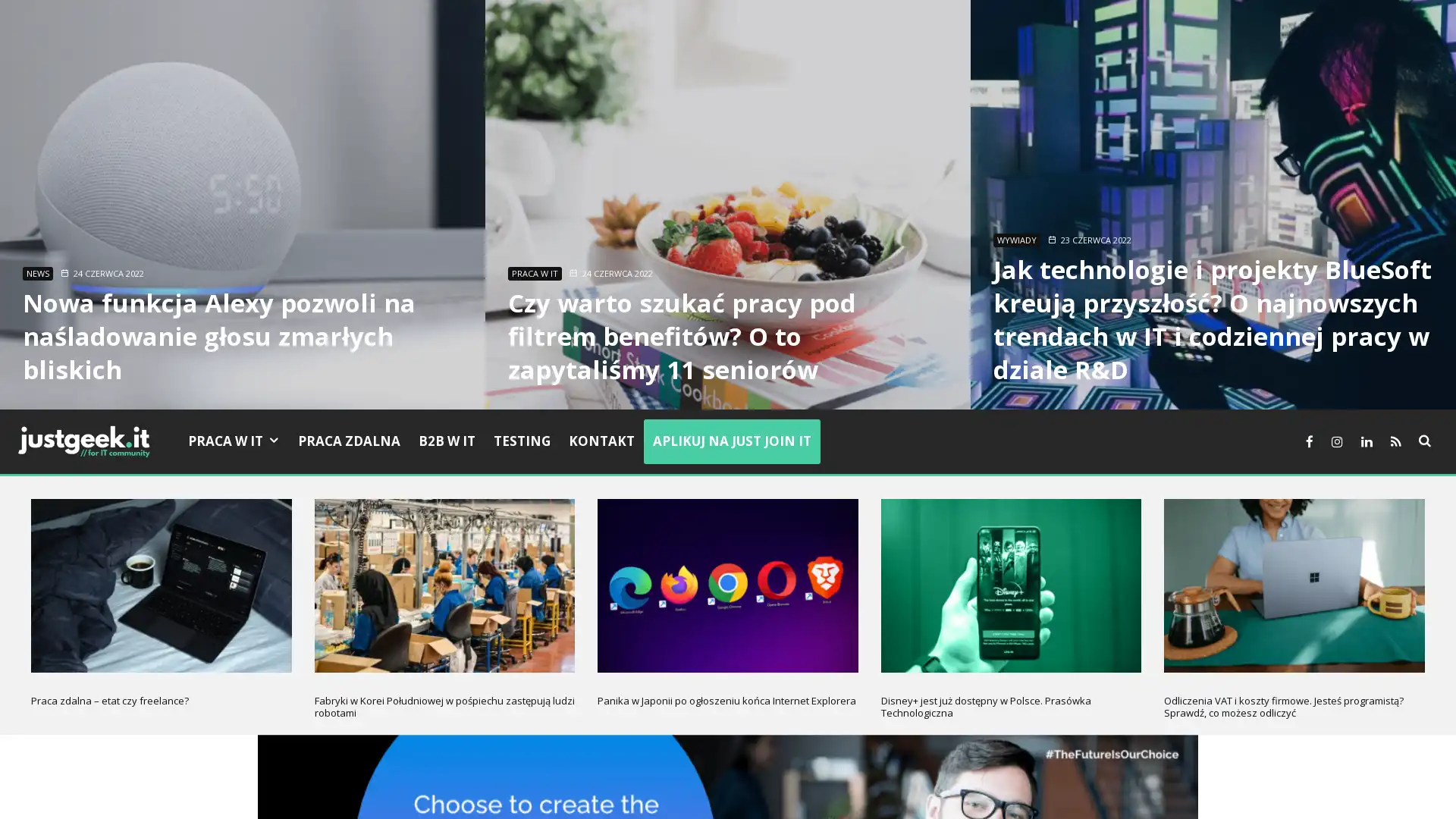  I want to click on Akceptuje, so click(686, 797).